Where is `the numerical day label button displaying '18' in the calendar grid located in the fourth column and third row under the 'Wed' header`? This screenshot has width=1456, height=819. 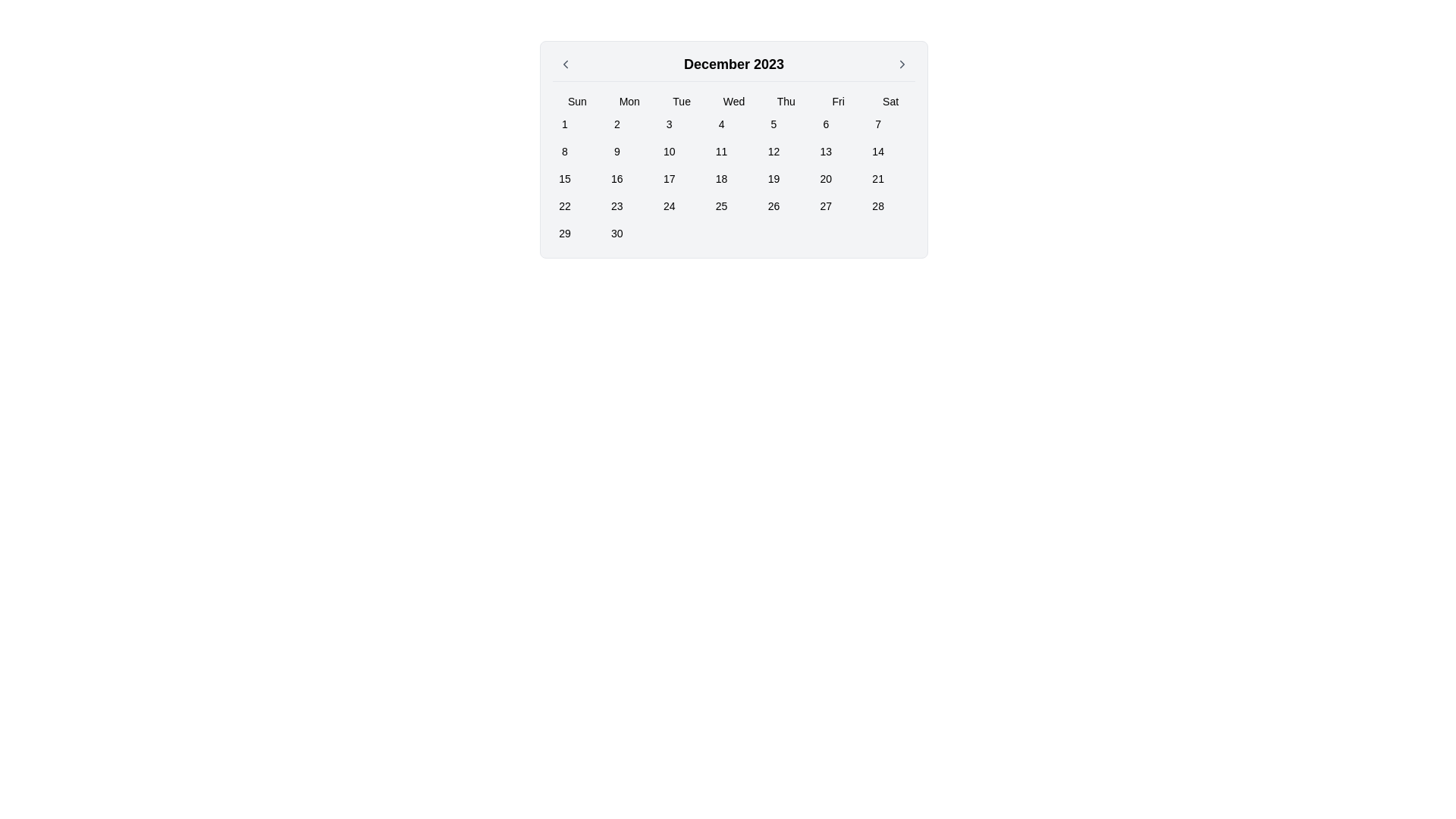 the numerical day label button displaying '18' in the calendar grid located in the fourth column and third row under the 'Wed' header is located at coordinates (720, 177).